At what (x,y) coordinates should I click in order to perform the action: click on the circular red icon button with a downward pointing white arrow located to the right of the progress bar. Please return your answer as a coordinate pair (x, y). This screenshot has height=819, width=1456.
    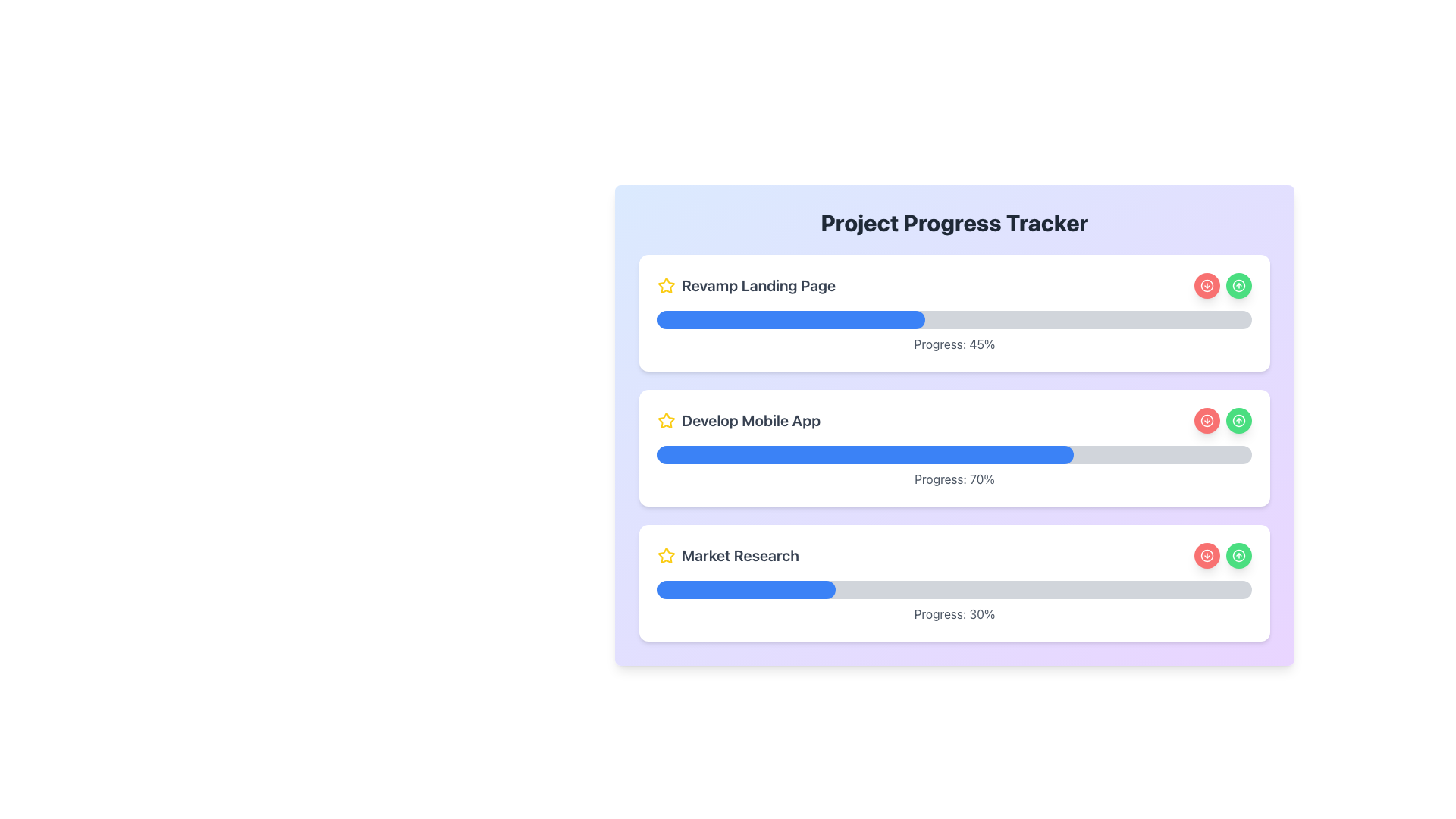
    Looking at the image, I should click on (1207, 421).